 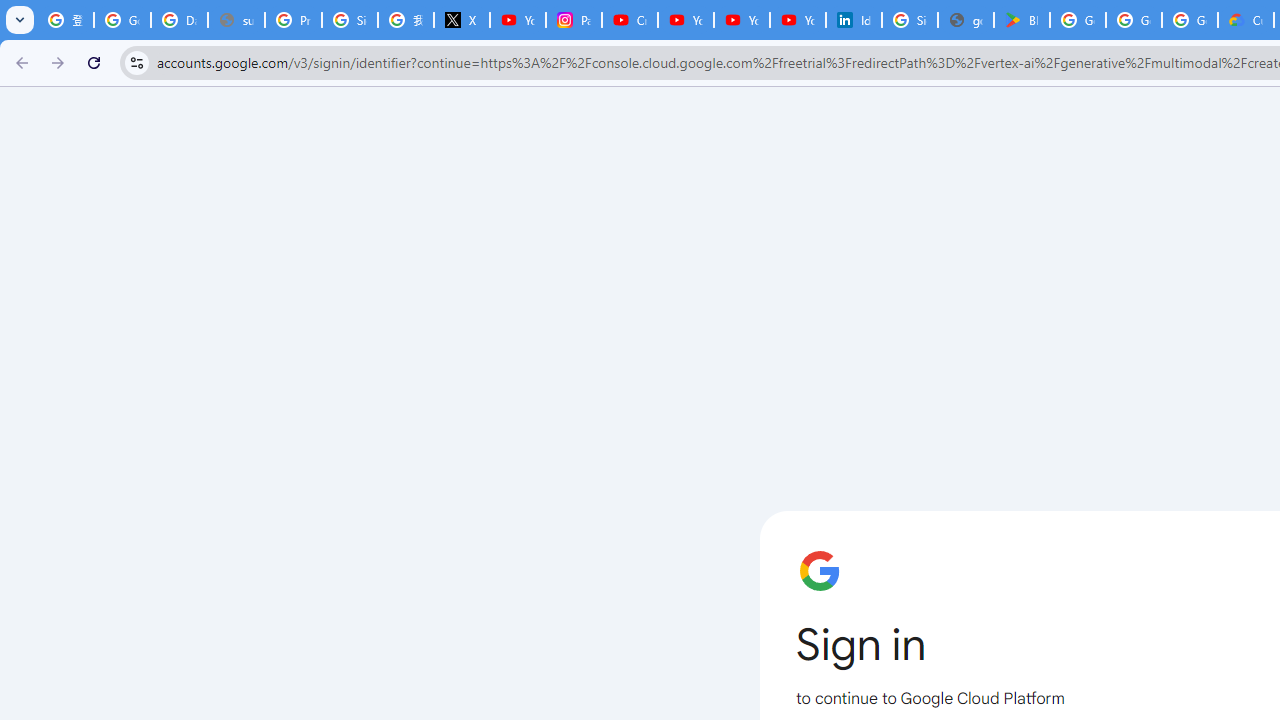 What do you see at coordinates (461, 20) in the screenshot?
I see `'X'` at bounding box center [461, 20].